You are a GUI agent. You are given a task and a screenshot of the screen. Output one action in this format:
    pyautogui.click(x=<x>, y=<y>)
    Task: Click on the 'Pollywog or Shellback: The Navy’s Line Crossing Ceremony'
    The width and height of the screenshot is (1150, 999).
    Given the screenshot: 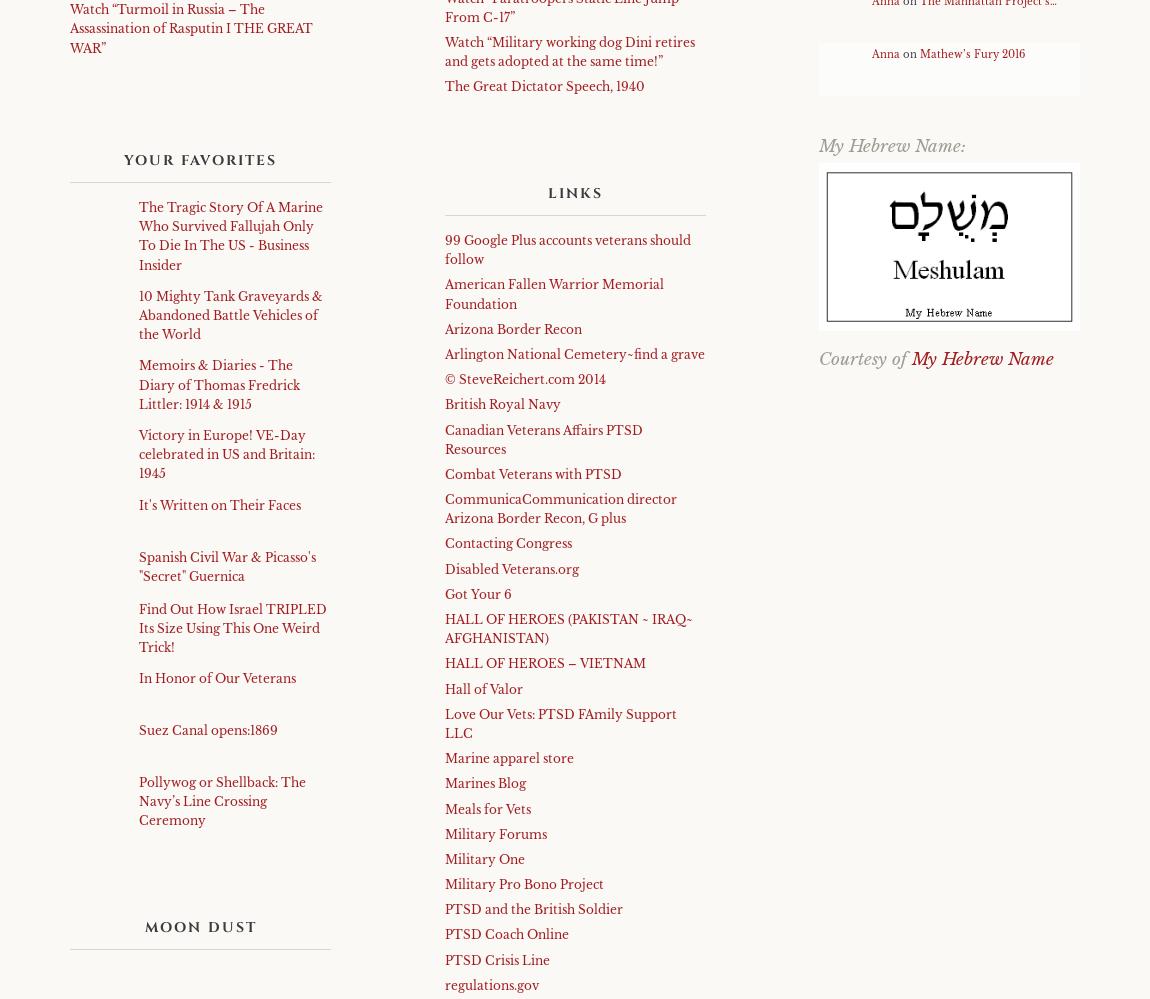 What is the action you would take?
    pyautogui.click(x=221, y=801)
    